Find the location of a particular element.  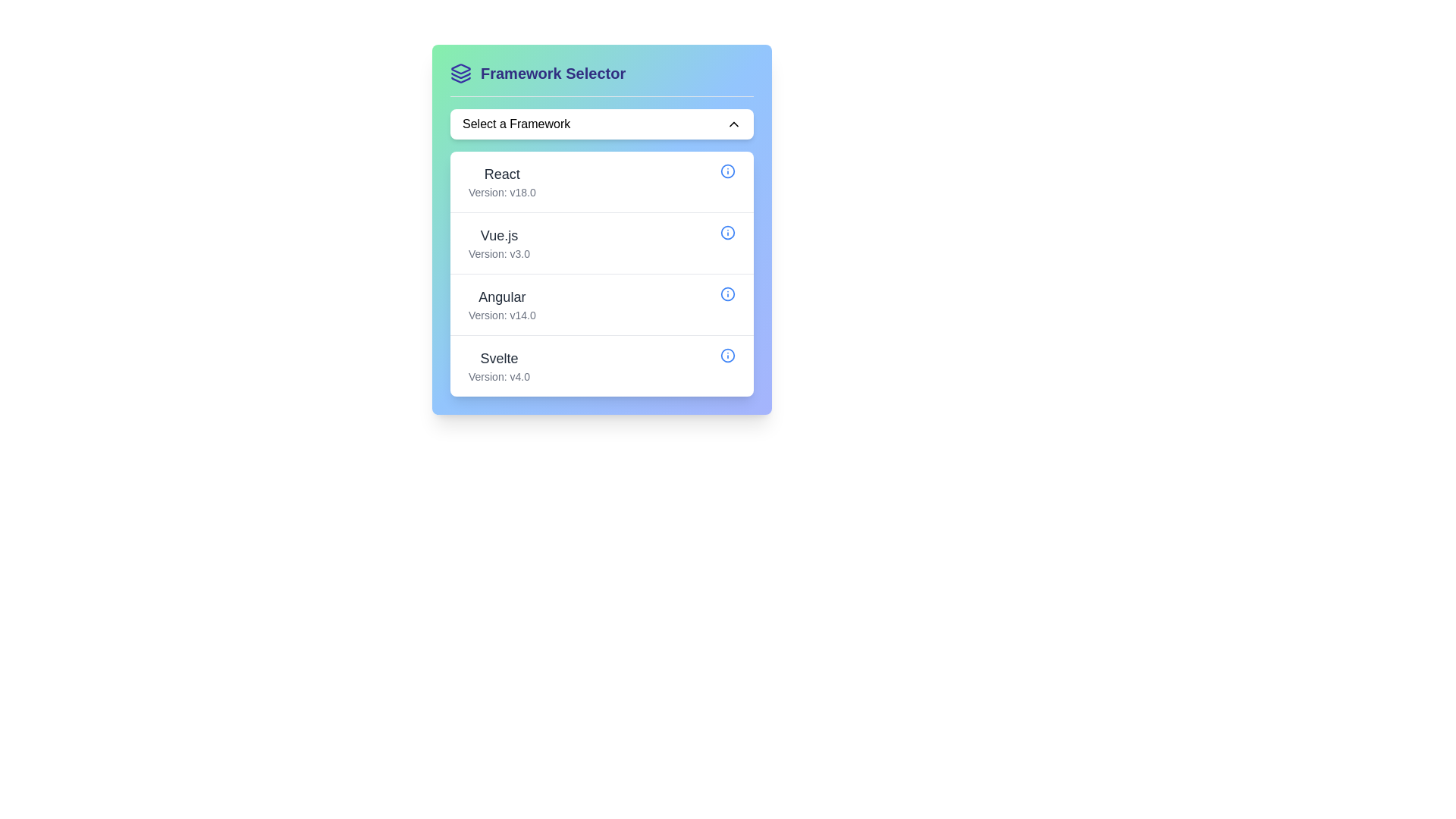

displayed text of the Text Display element that shows the name and version of the React framework, located below the 'Select a Framework' dropdown in the first row of the list is located at coordinates (502, 180).